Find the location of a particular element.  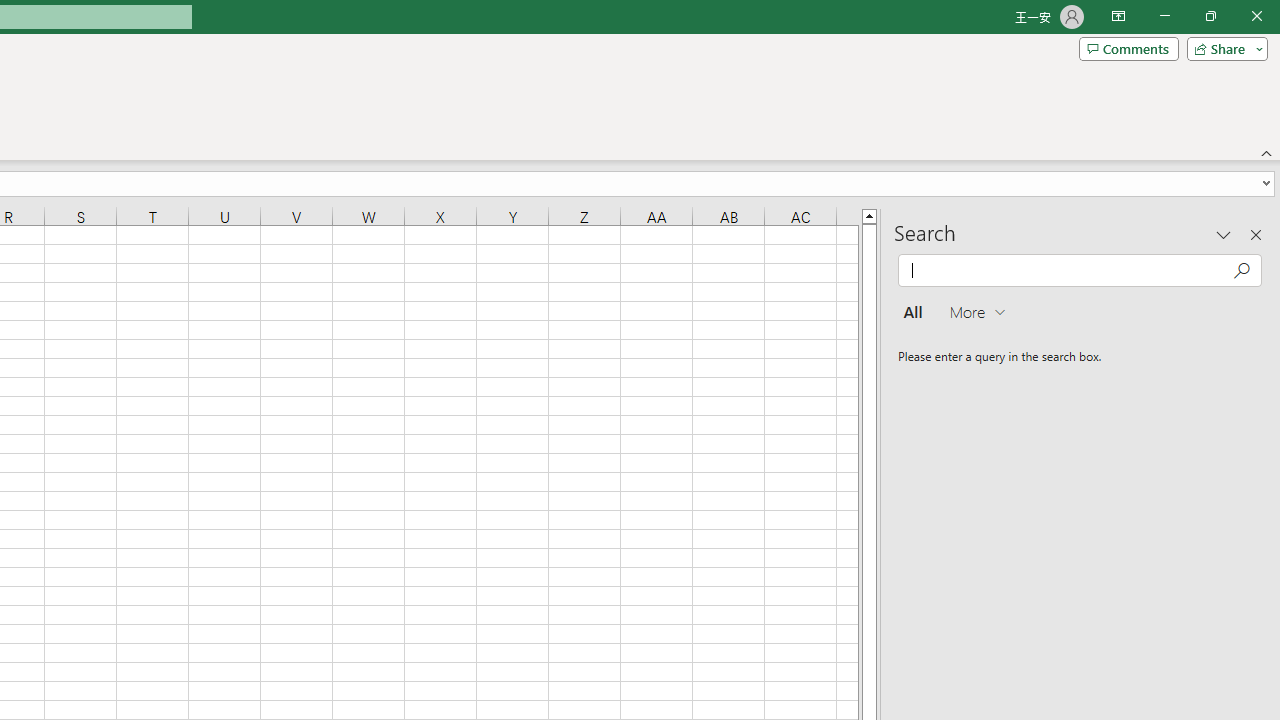

'Task Pane Options' is located at coordinates (1223, 234).